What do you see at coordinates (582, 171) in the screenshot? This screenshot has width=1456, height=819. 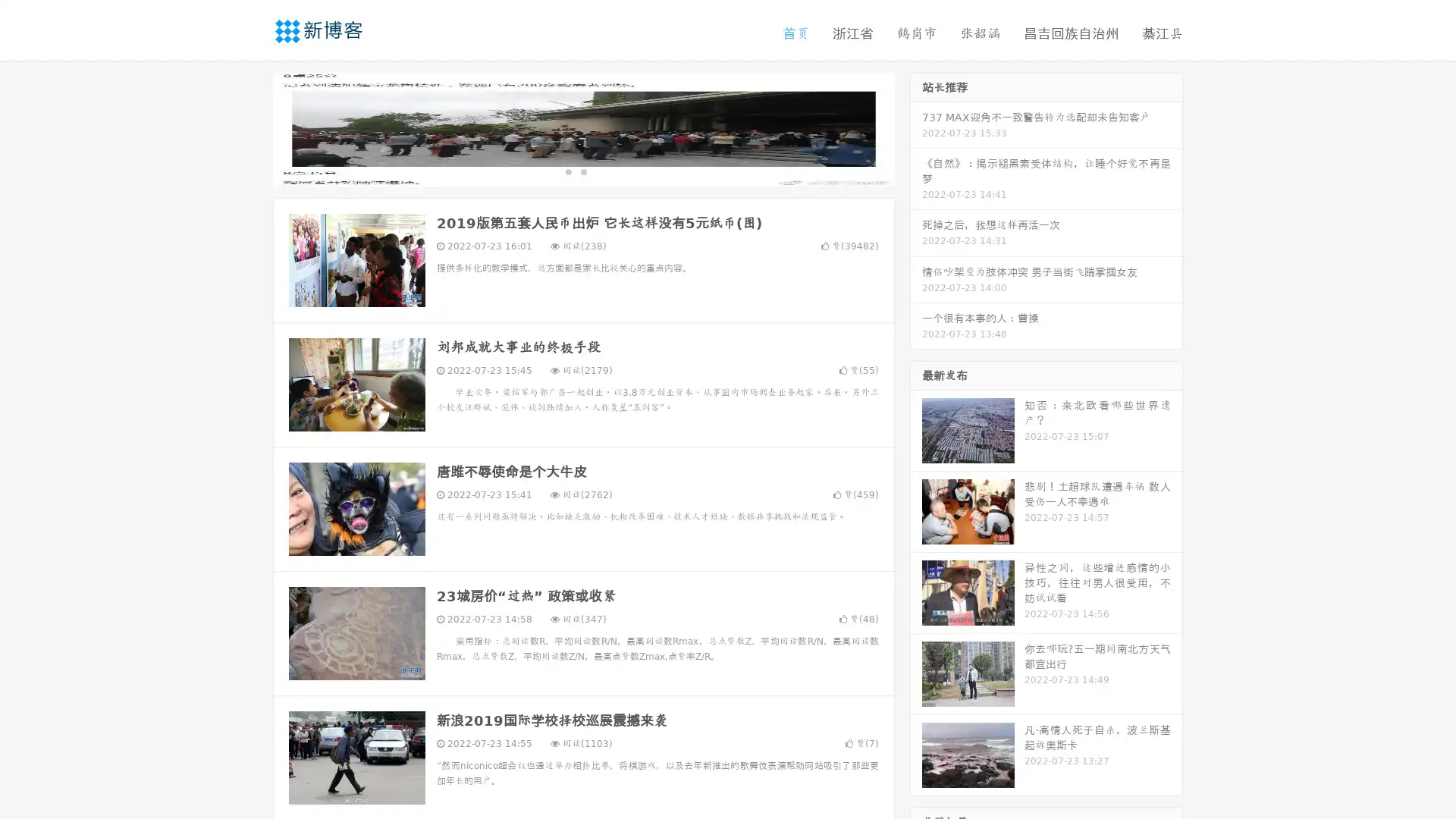 I see `Go to slide 2` at bounding box center [582, 171].